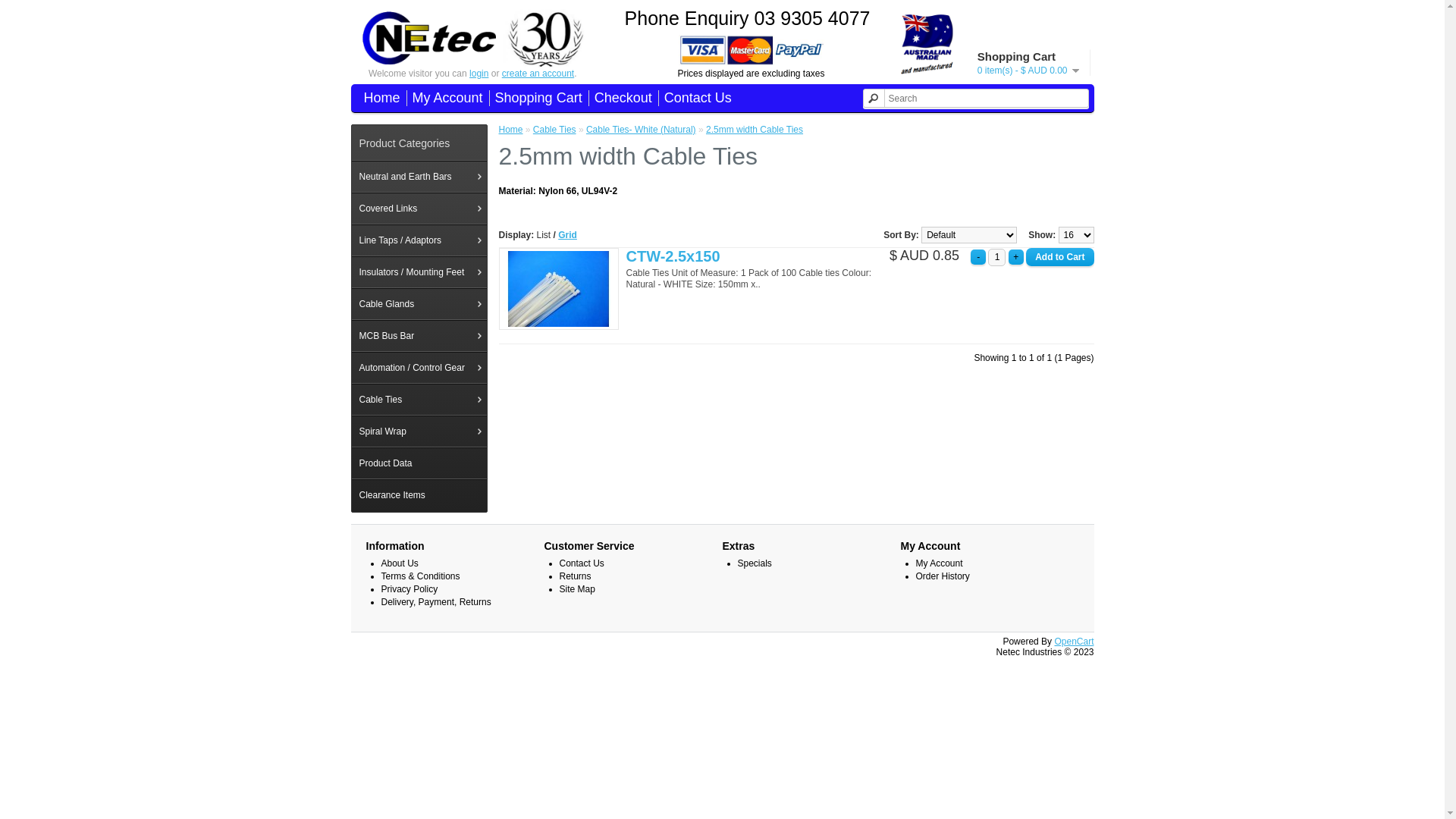 Image resolution: width=1456 pixels, height=819 pixels. I want to click on 'Paypal Secure Payment System', so click(752, 49).